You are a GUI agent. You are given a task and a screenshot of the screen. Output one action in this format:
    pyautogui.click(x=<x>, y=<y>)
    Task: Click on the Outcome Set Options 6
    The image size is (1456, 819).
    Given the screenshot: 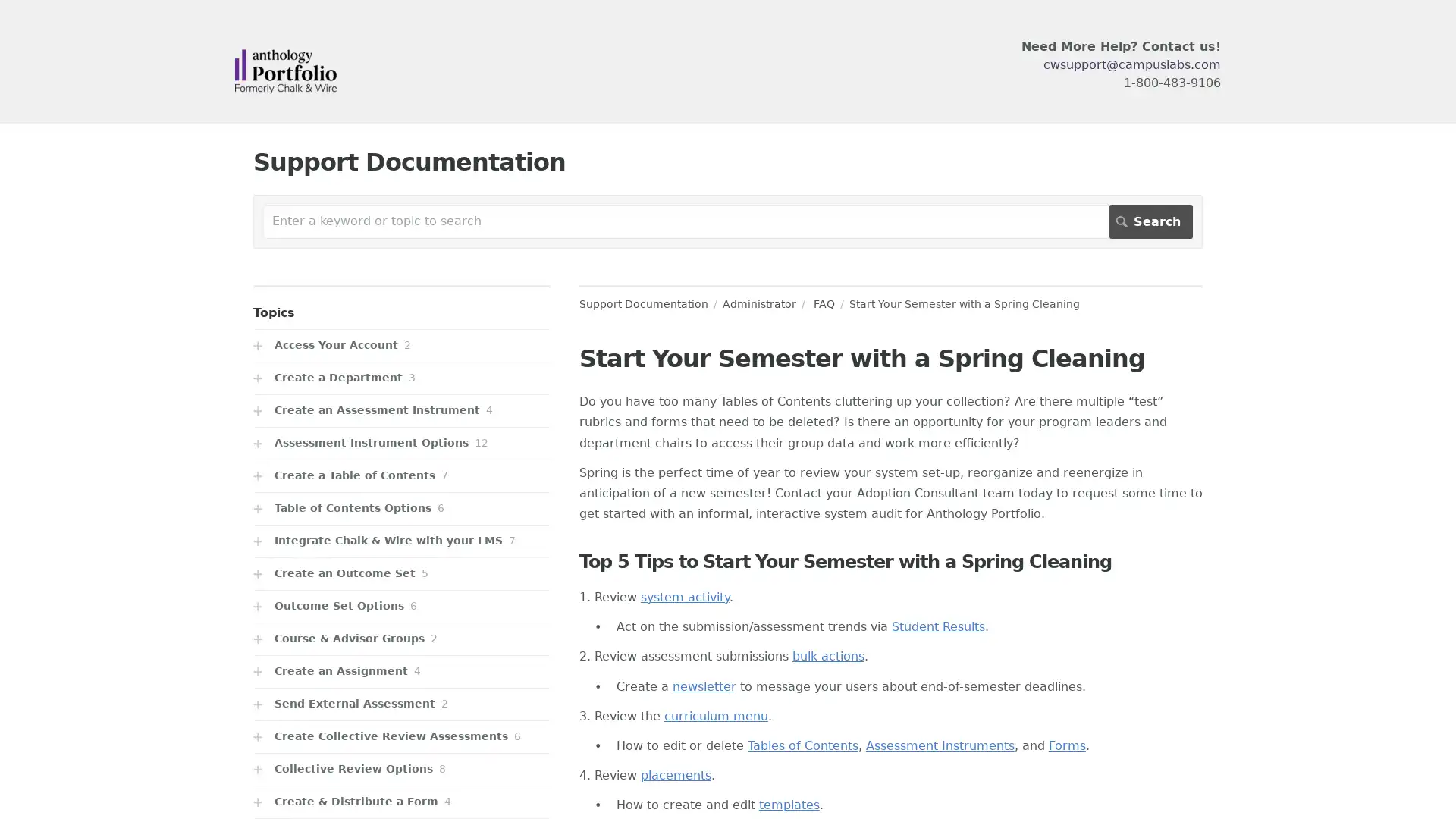 What is the action you would take?
    pyautogui.click(x=401, y=605)
    